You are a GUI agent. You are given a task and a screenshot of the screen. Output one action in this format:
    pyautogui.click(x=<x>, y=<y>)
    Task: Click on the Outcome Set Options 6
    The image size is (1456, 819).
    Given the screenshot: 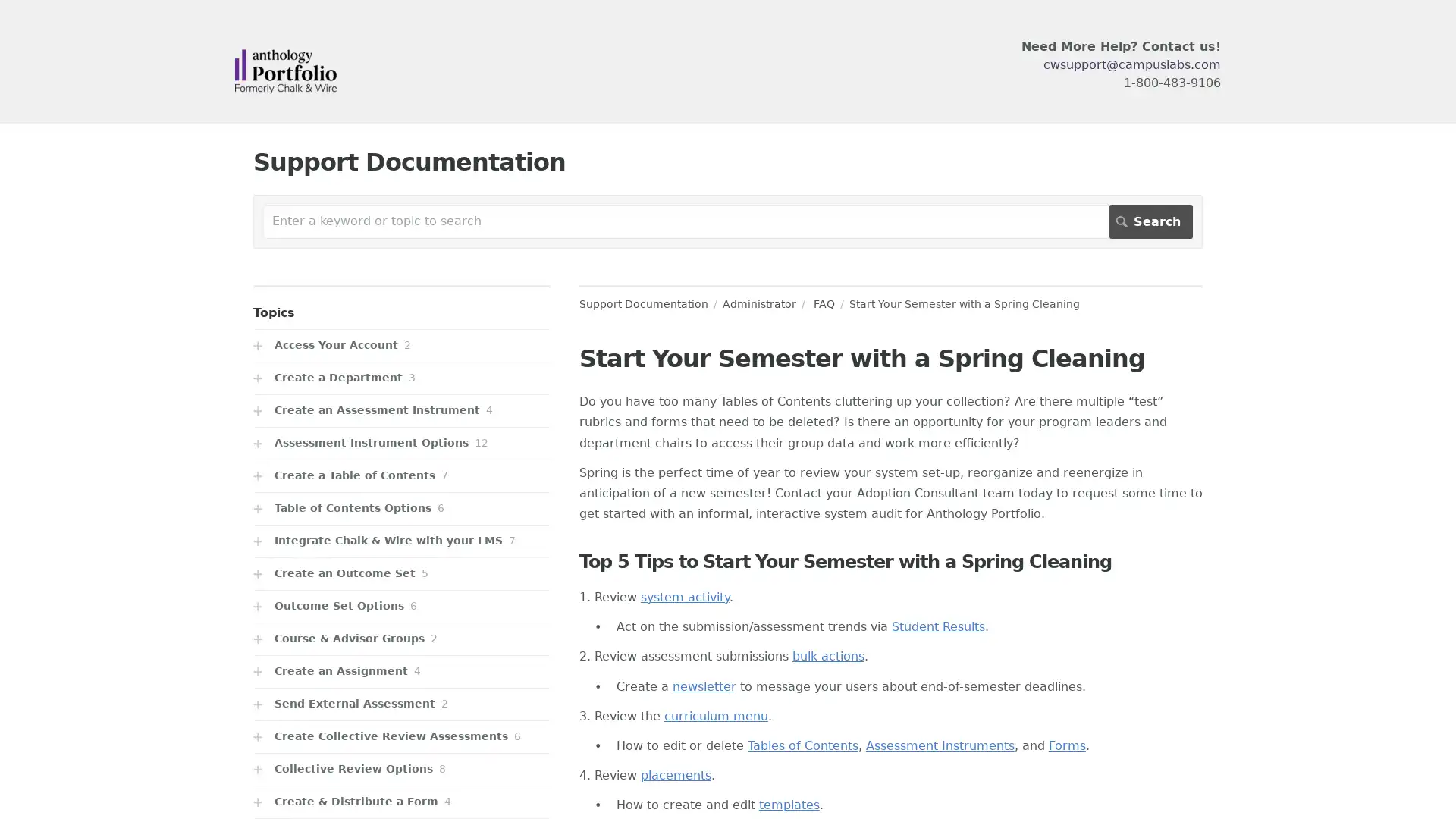 What is the action you would take?
    pyautogui.click(x=401, y=605)
    